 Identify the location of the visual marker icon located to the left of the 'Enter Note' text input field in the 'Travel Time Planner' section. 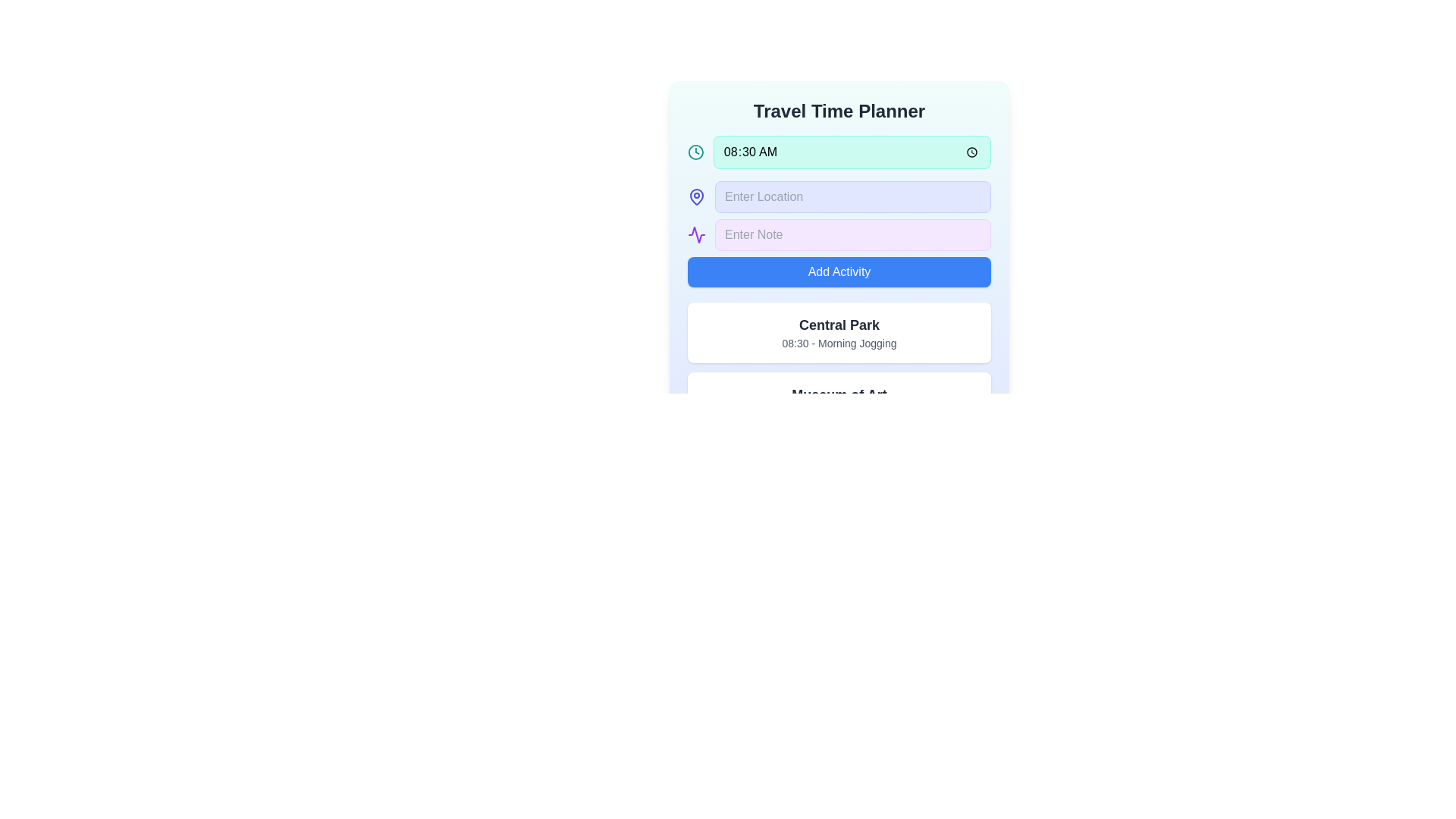
(695, 234).